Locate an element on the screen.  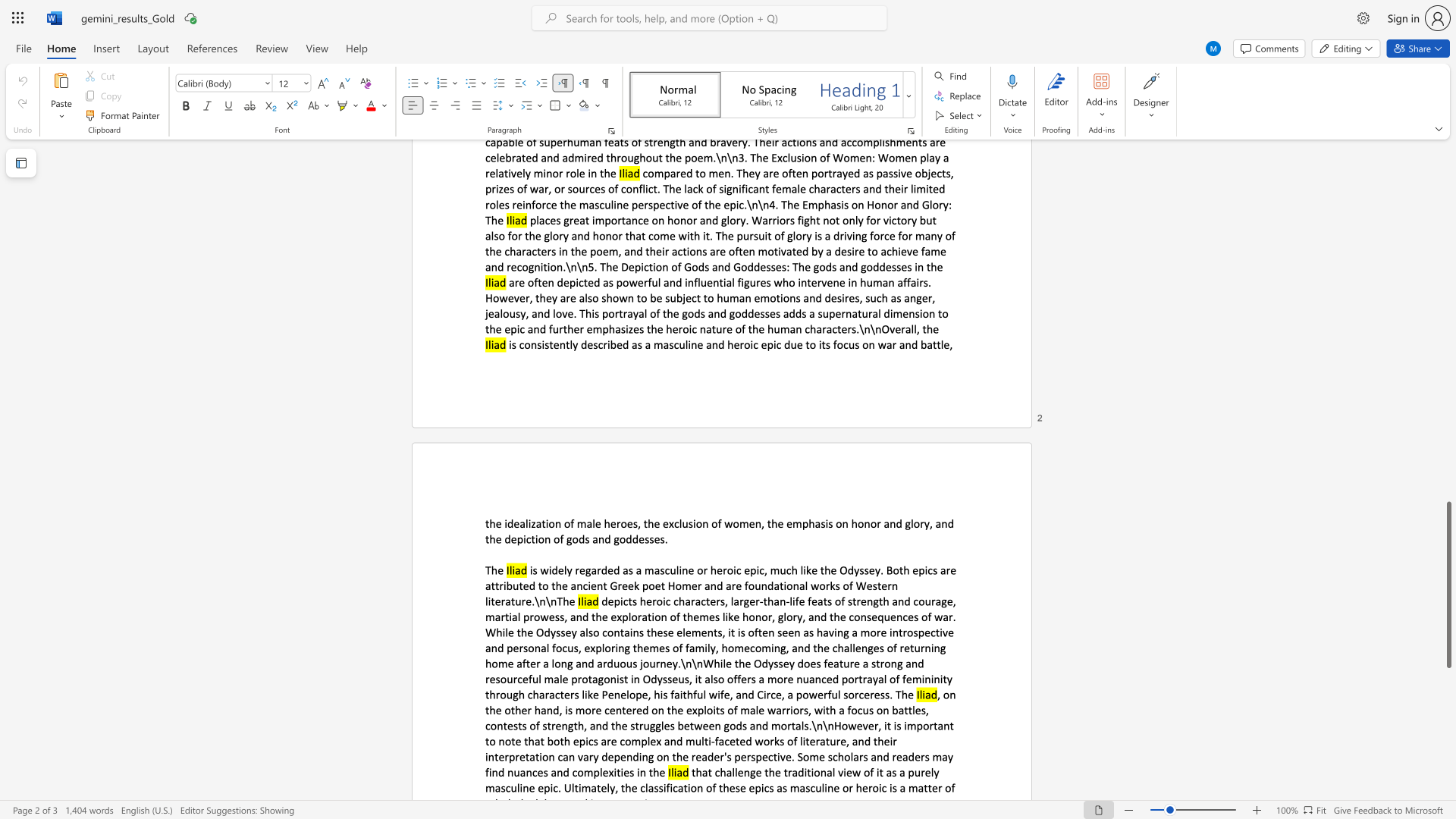
the scrollbar to move the page up is located at coordinates (1448, 158).